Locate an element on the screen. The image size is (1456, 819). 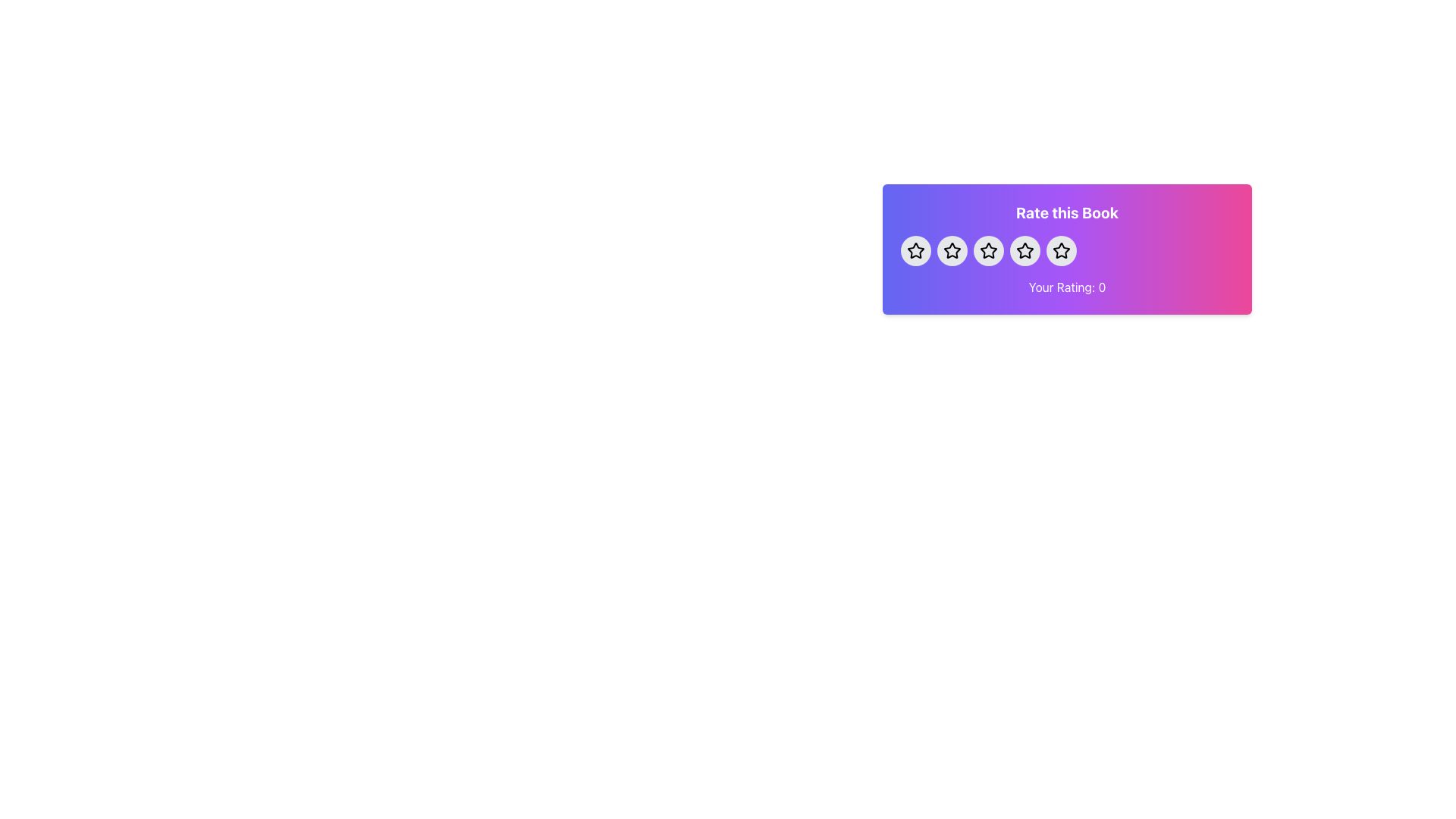
the interactive rating widget with a gradient background that prompts 'Rate this Book' is located at coordinates (1066, 248).